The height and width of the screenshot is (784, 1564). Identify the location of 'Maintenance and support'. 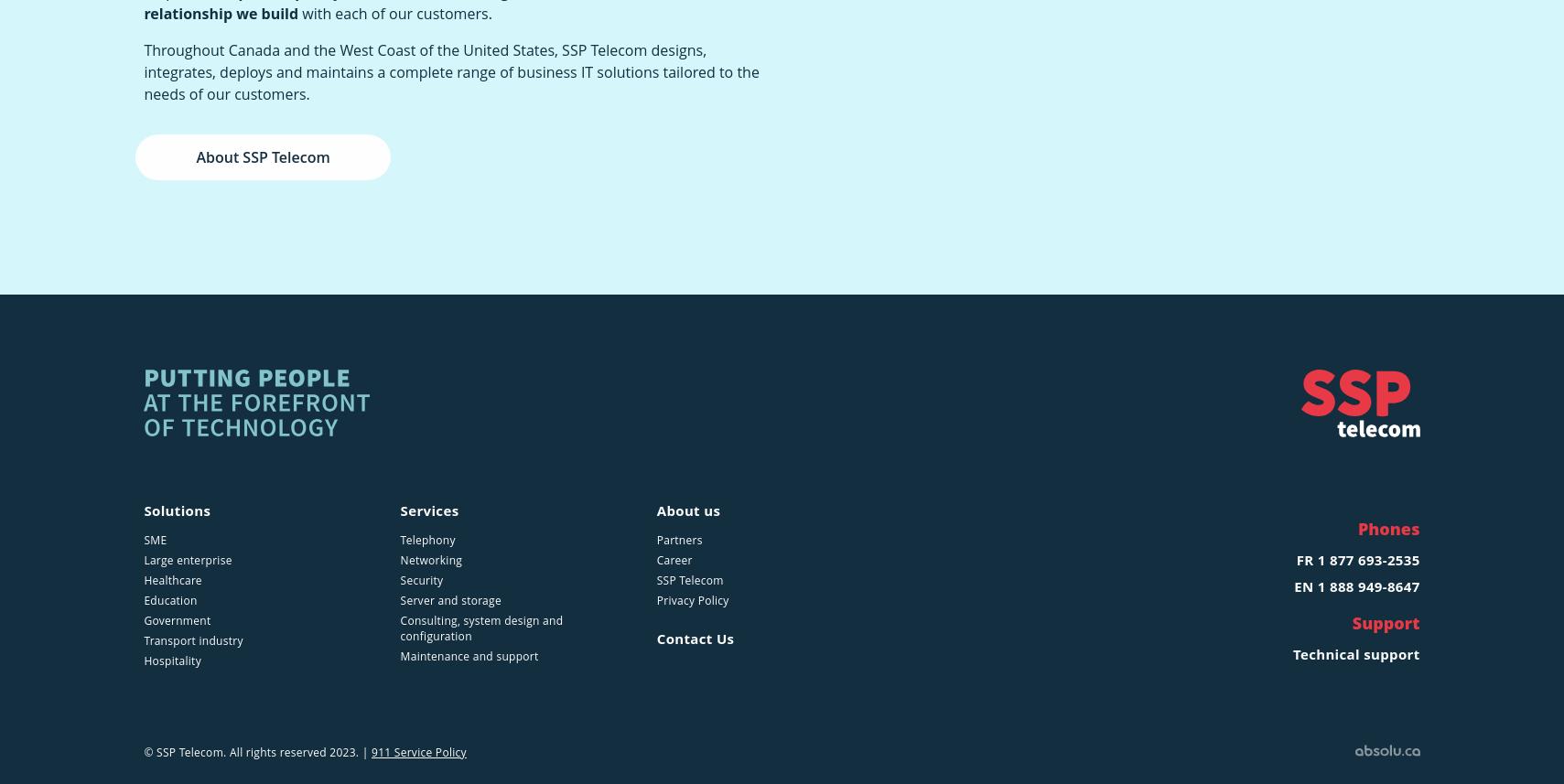
(468, 656).